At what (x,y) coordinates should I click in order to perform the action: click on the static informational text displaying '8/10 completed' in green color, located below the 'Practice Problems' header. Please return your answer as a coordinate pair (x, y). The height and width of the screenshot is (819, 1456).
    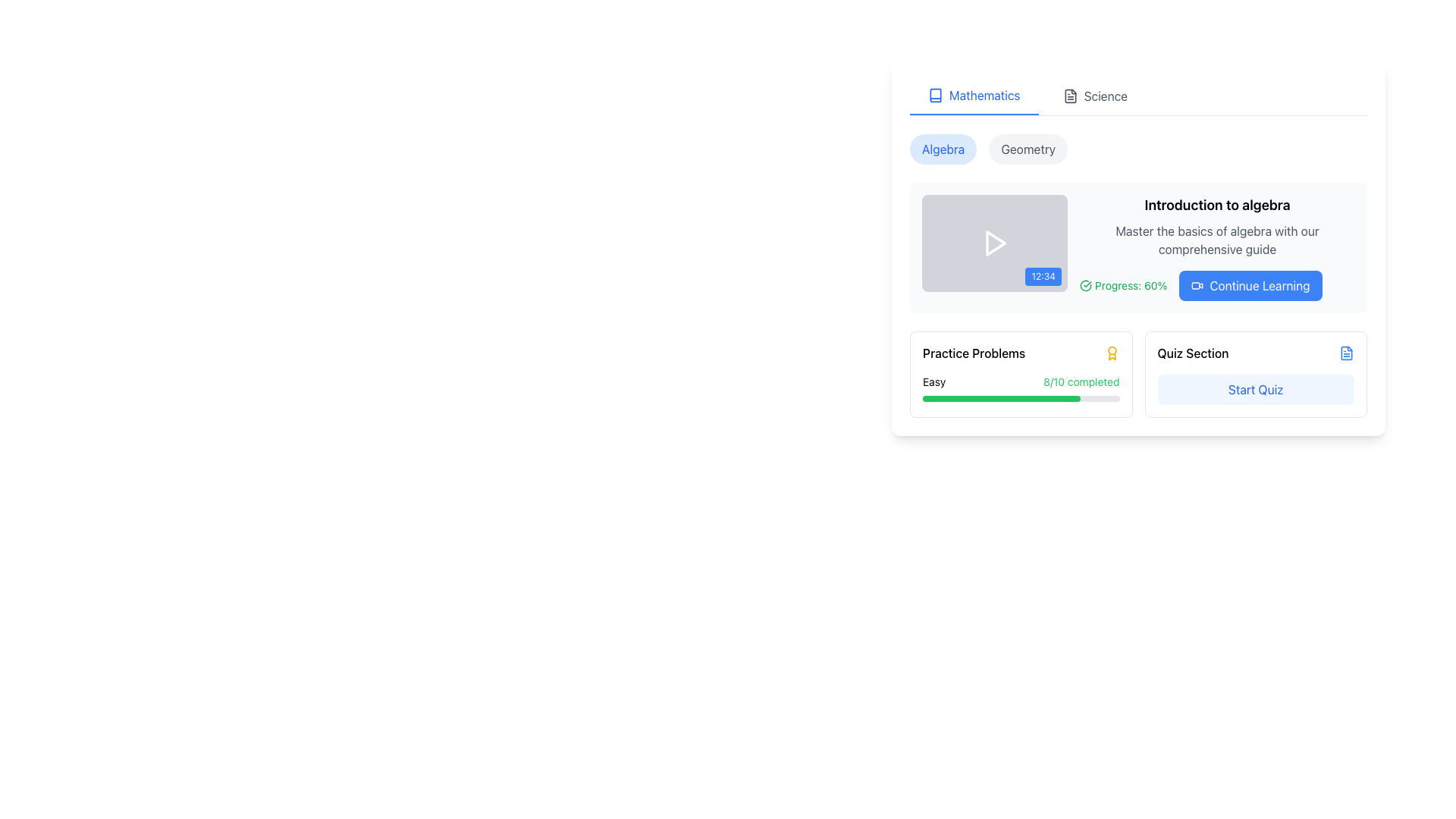
    Looking at the image, I should click on (1081, 381).